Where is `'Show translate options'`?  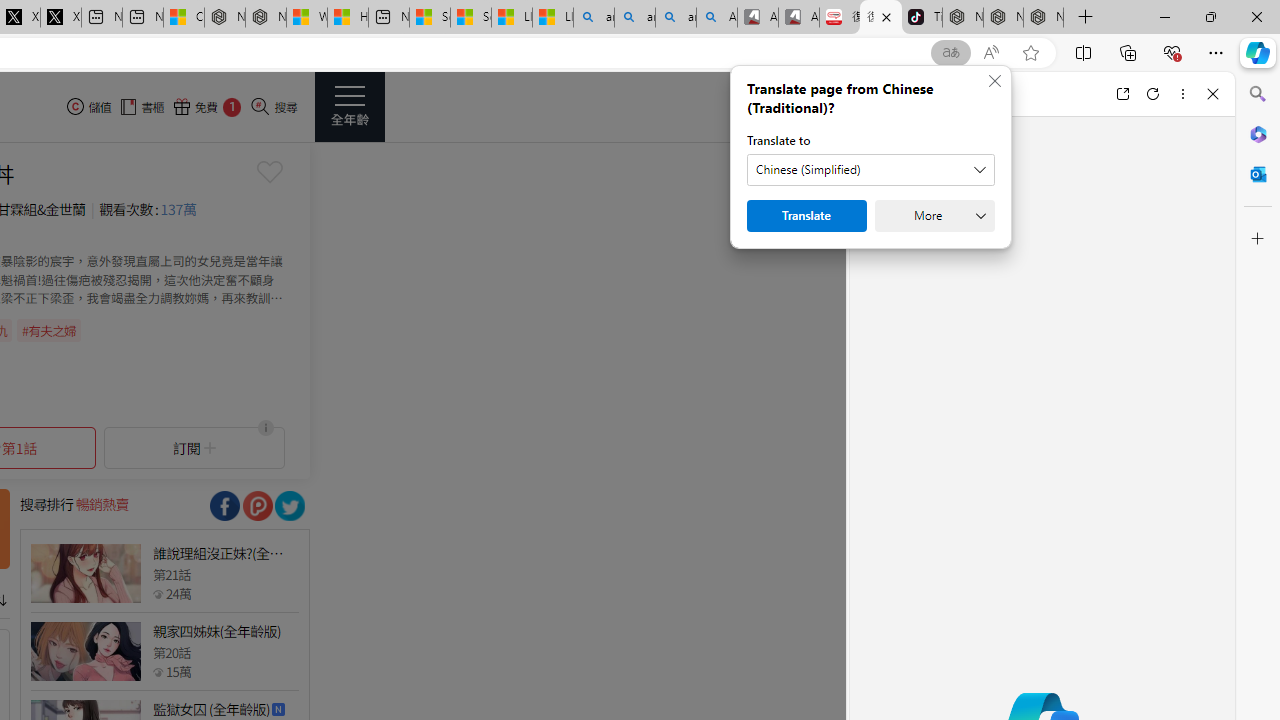 'Show translate options' is located at coordinates (950, 52).